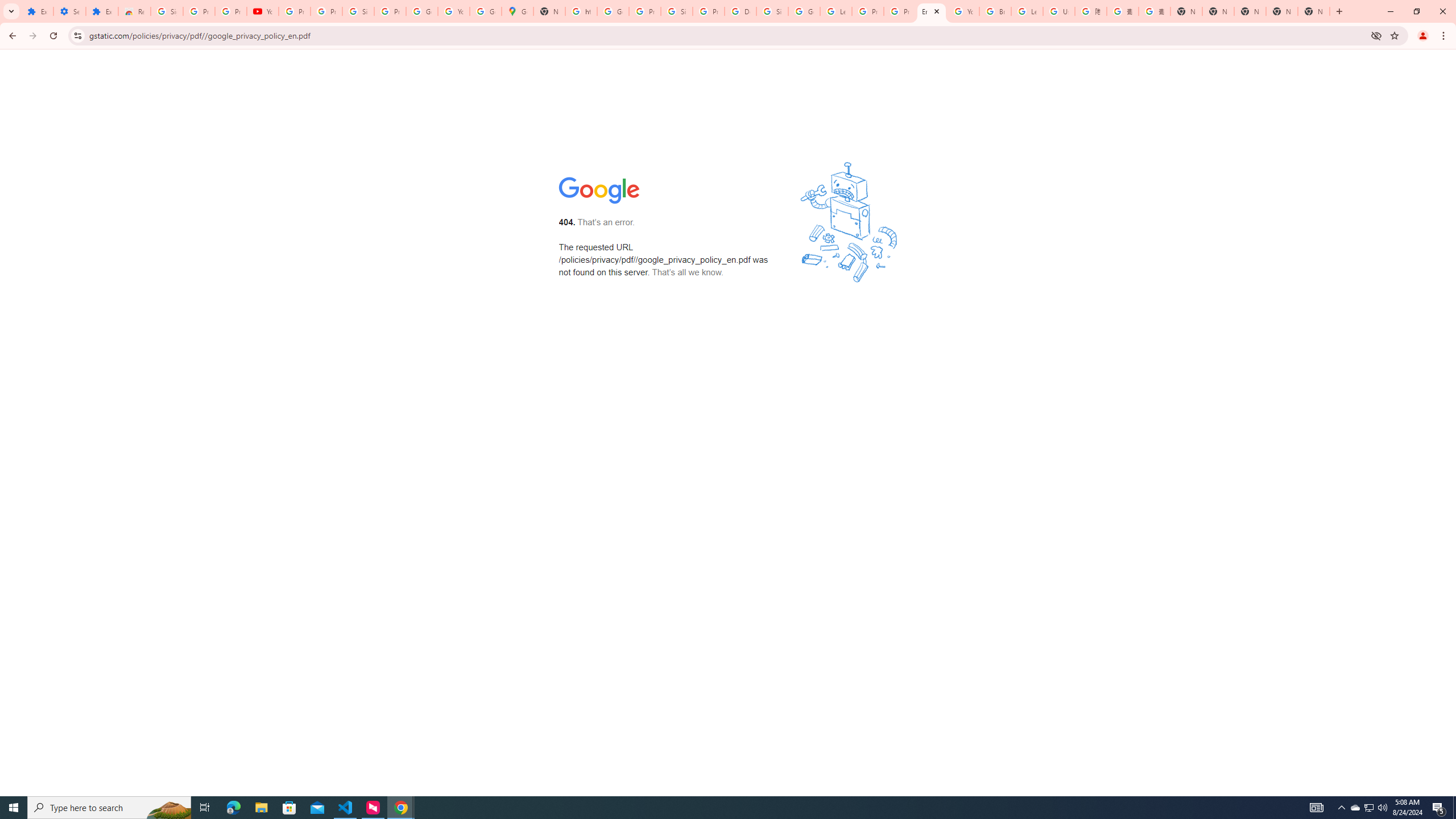 This screenshot has width=1456, height=819. What do you see at coordinates (134, 11) in the screenshot?
I see `'Reviews: Helix Fruit Jump Arcade Game'` at bounding box center [134, 11].